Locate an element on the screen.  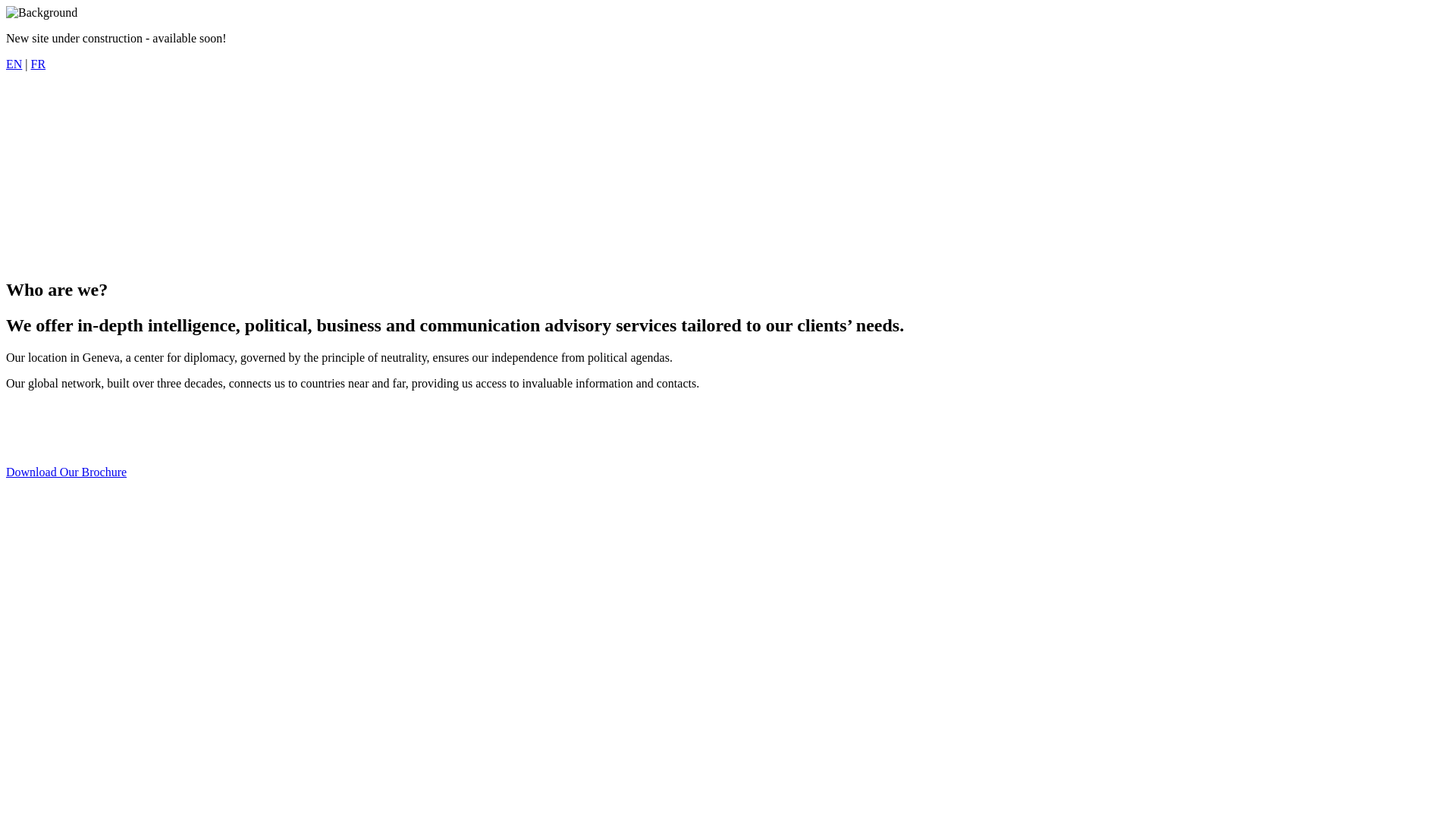
'FR' is located at coordinates (31, 63).